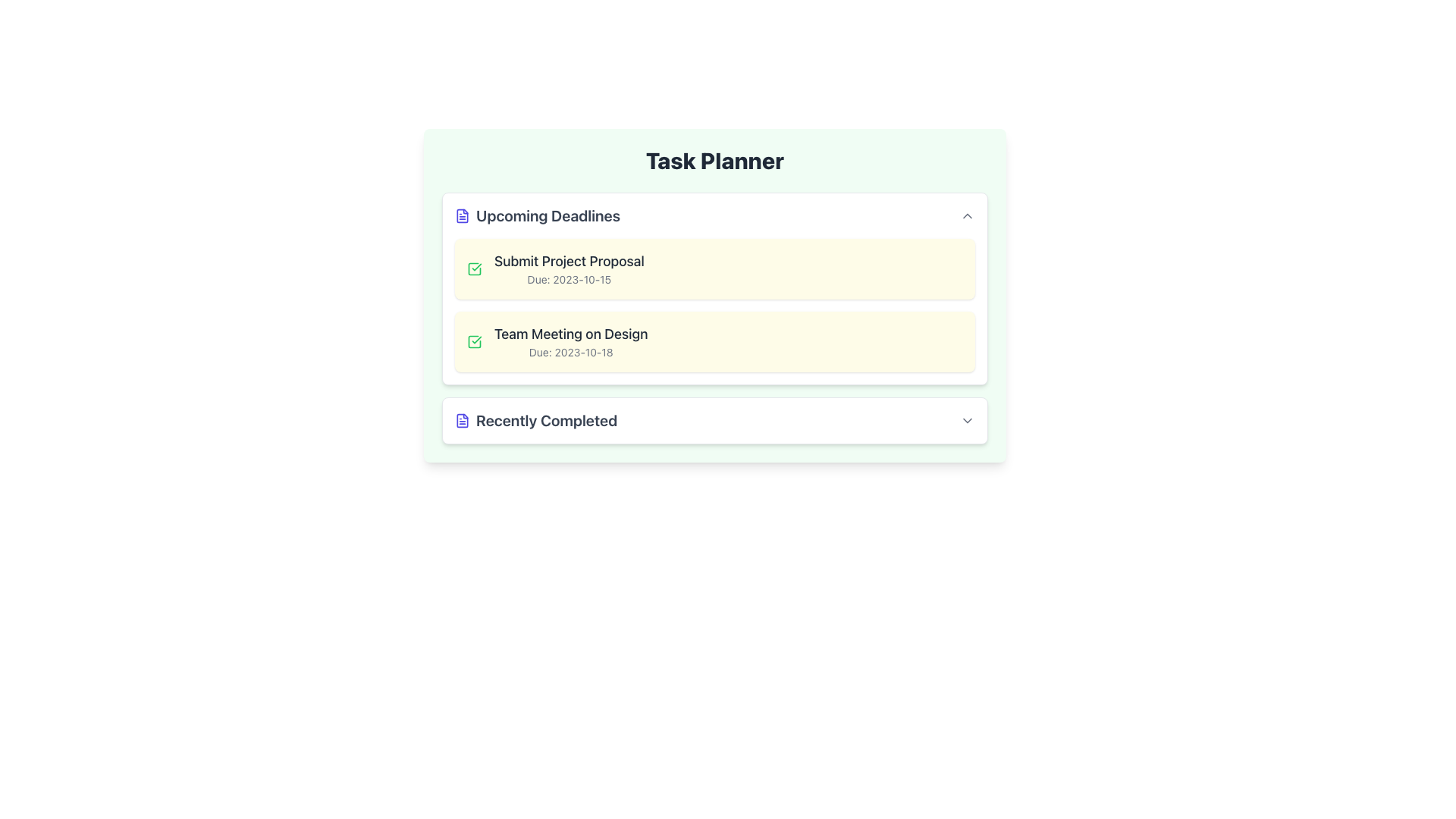  I want to click on the status of the green checkmark icon with rounded borders, located to the left of the text 'Team Meeting on Design' in the yellow-highlighted task box, so click(473, 342).